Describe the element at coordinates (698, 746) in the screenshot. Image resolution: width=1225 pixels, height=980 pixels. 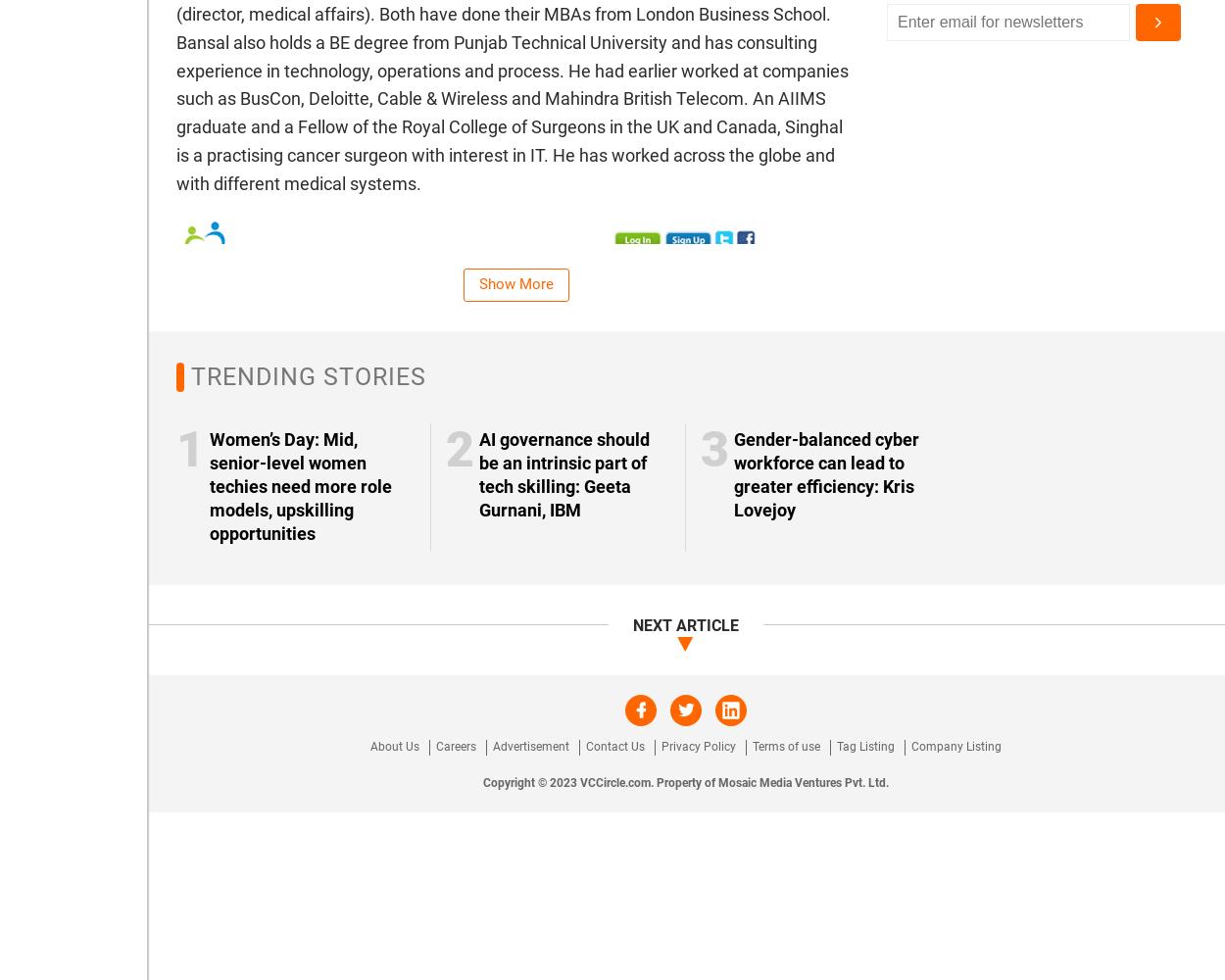
I see `'Privacy Policy'` at that location.